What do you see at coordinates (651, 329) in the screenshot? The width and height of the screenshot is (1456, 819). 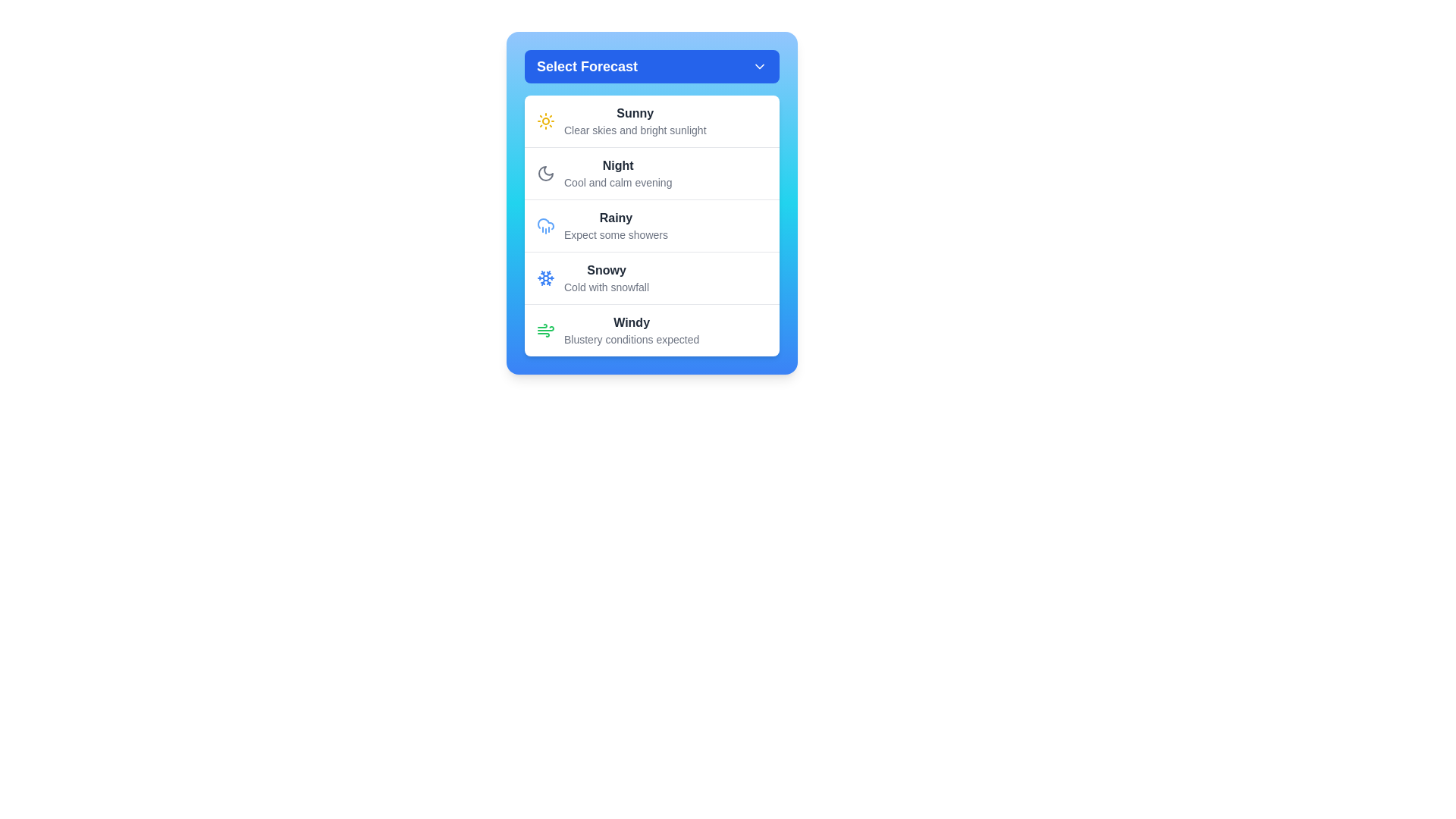 I see `the weather condition list item labeled 'Windy' that displays 'Blustery conditions expected'` at bounding box center [651, 329].